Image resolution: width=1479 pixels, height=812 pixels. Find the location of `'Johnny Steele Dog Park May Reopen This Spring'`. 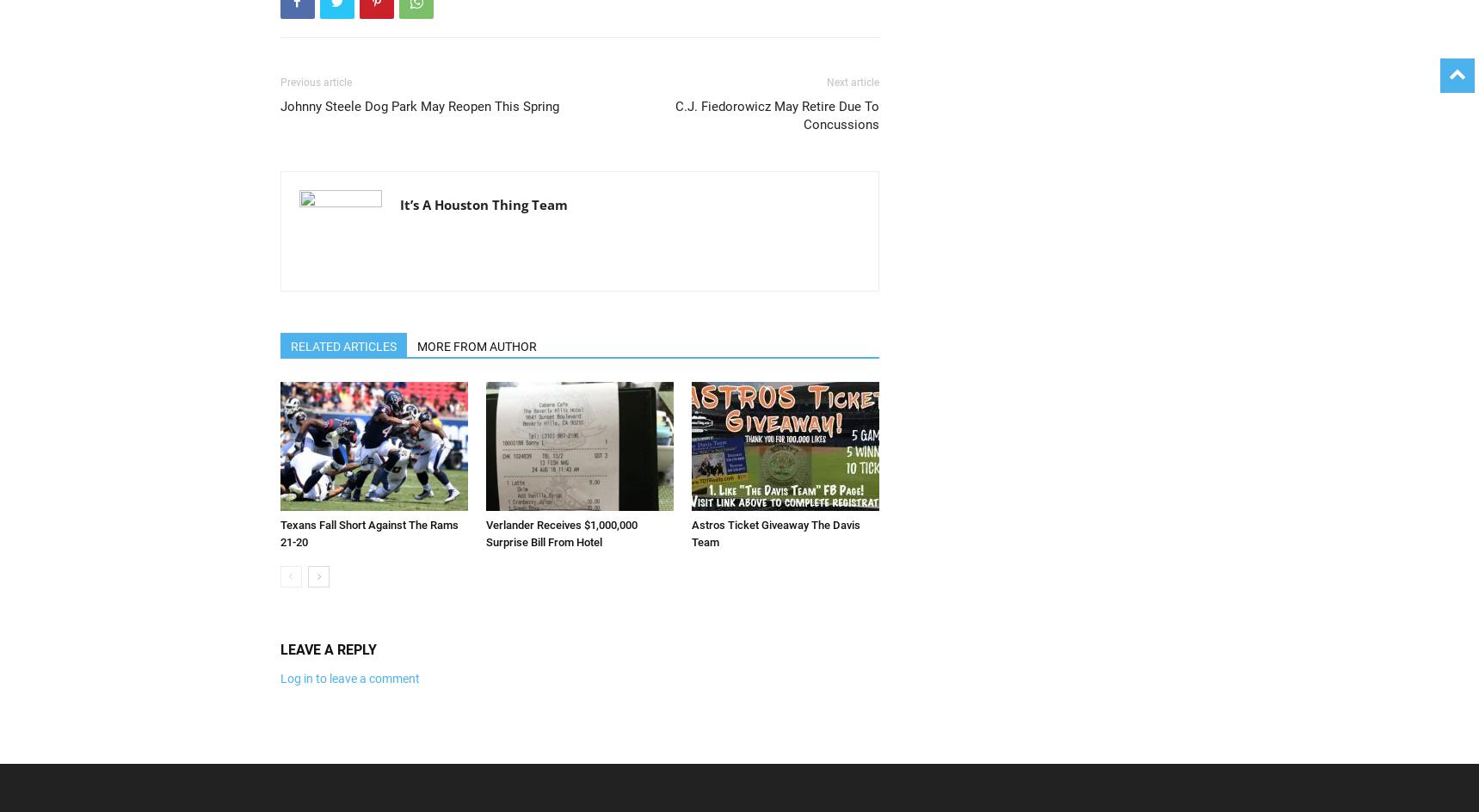

'Johnny Steele Dog Park May Reopen This Spring' is located at coordinates (279, 107).